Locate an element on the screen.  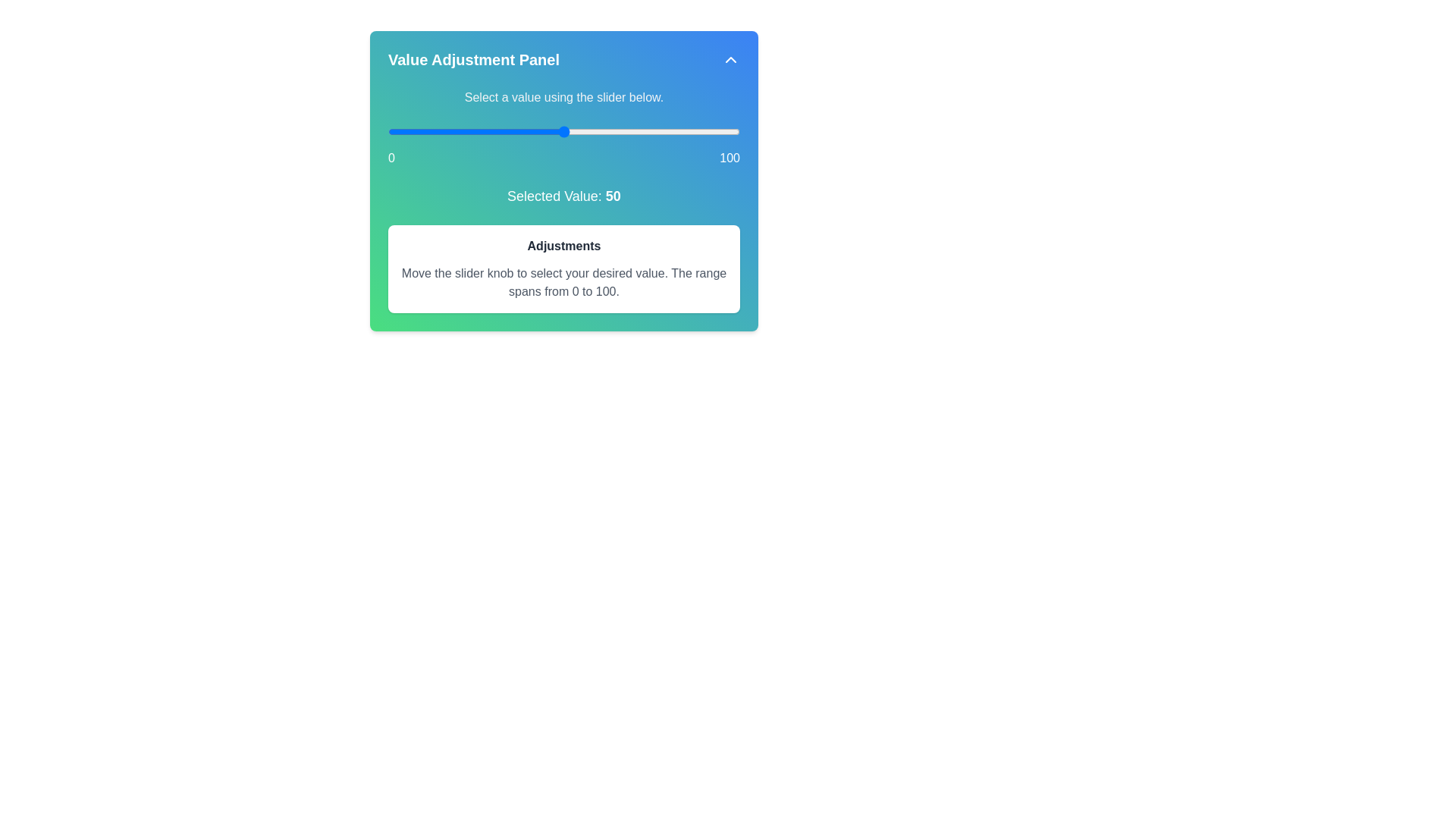
the slider value is located at coordinates (584, 130).